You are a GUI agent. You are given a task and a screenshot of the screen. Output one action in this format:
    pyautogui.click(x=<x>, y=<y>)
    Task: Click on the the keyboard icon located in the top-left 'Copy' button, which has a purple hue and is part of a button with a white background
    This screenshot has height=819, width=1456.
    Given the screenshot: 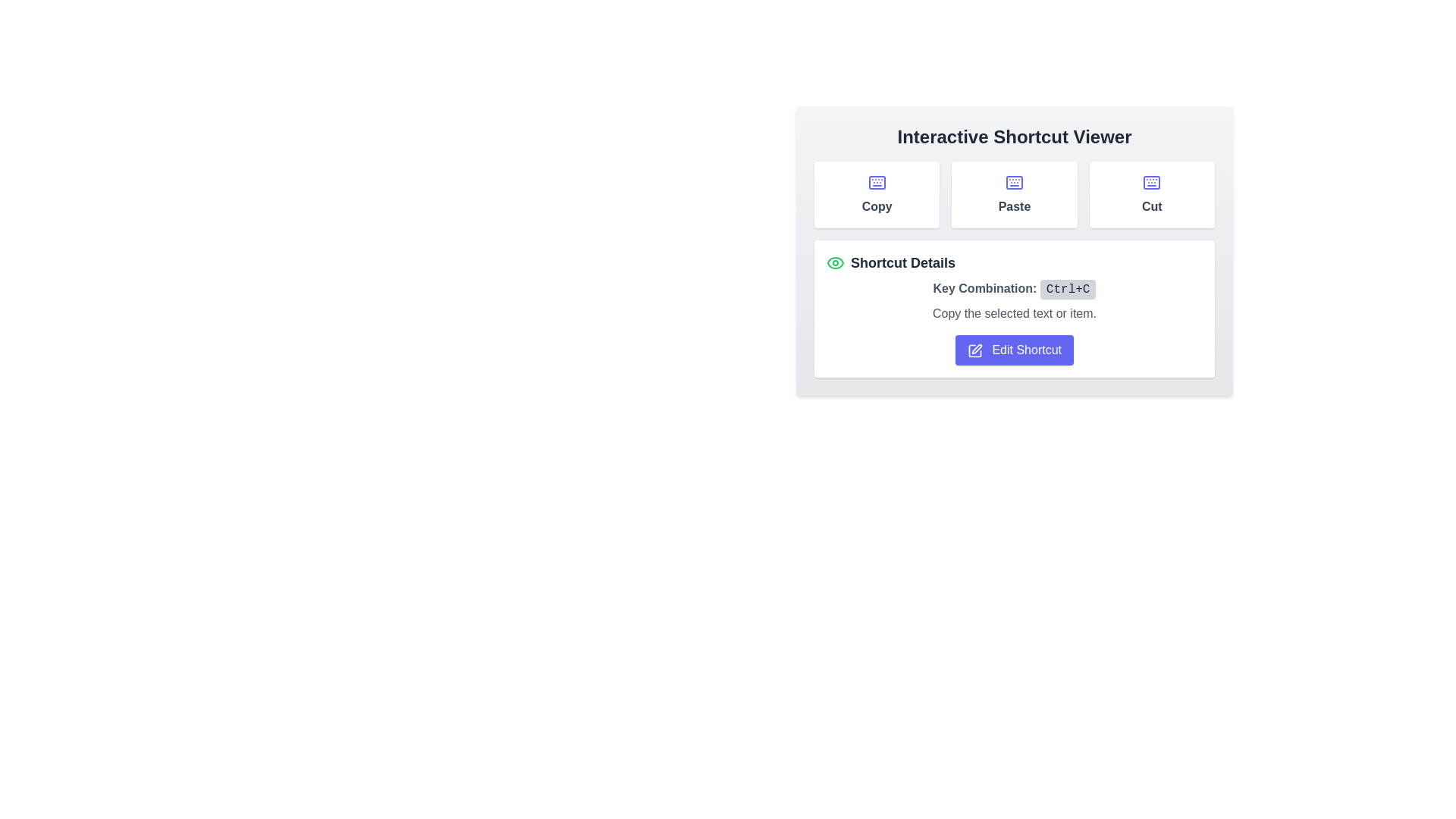 What is the action you would take?
    pyautogui.click(x=877, y=181)
    